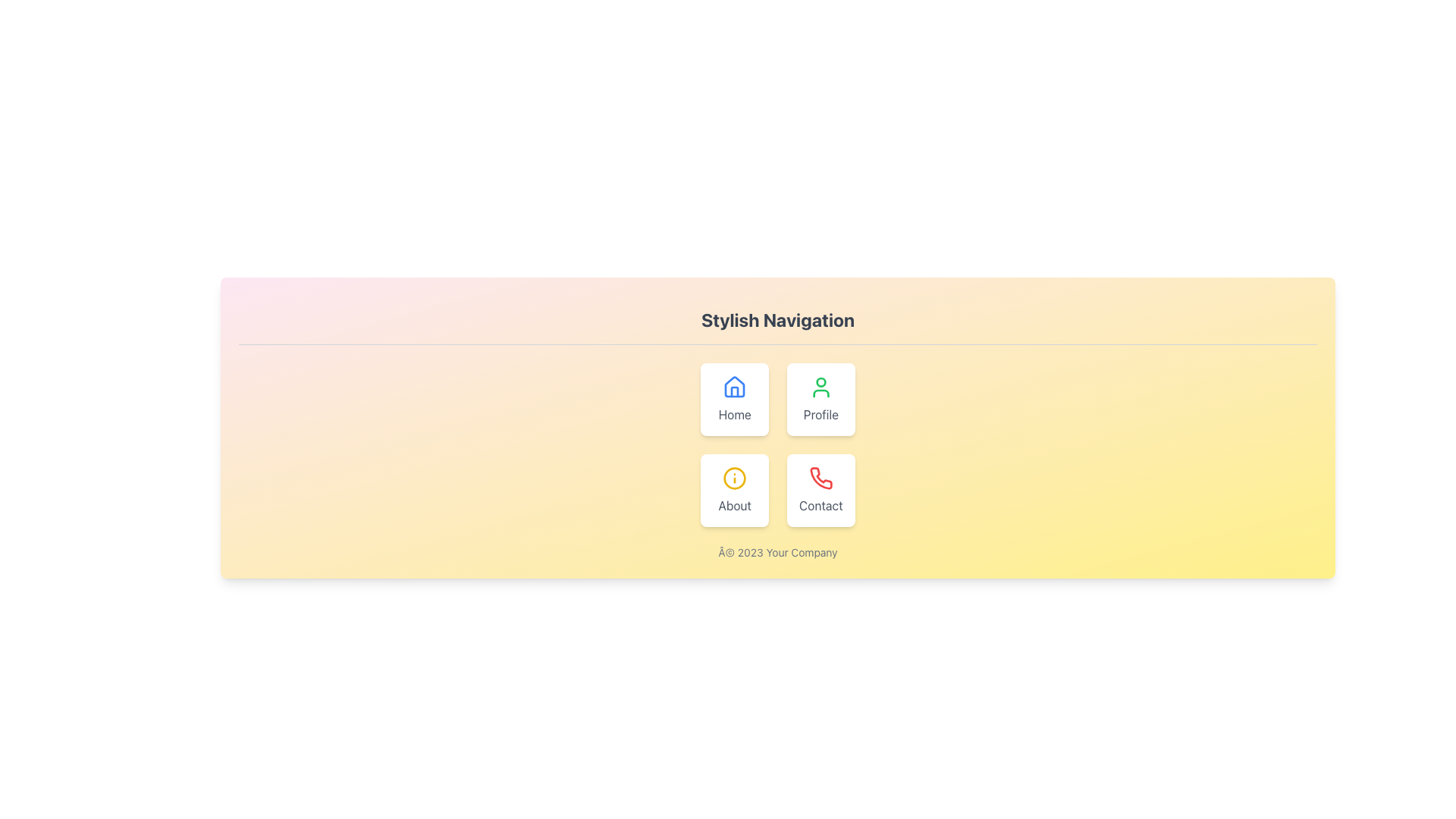 Image resolution: width=1456 pixels, height=819 pixels. What do you see at coordinates (735, 399) in the screenshot?
I see `the Navigation Button that features a blue outlined house icon and the word 'Home' in gray text, located in the upper-left quadrant of the navigation grid` at bounding box center [735, 399].